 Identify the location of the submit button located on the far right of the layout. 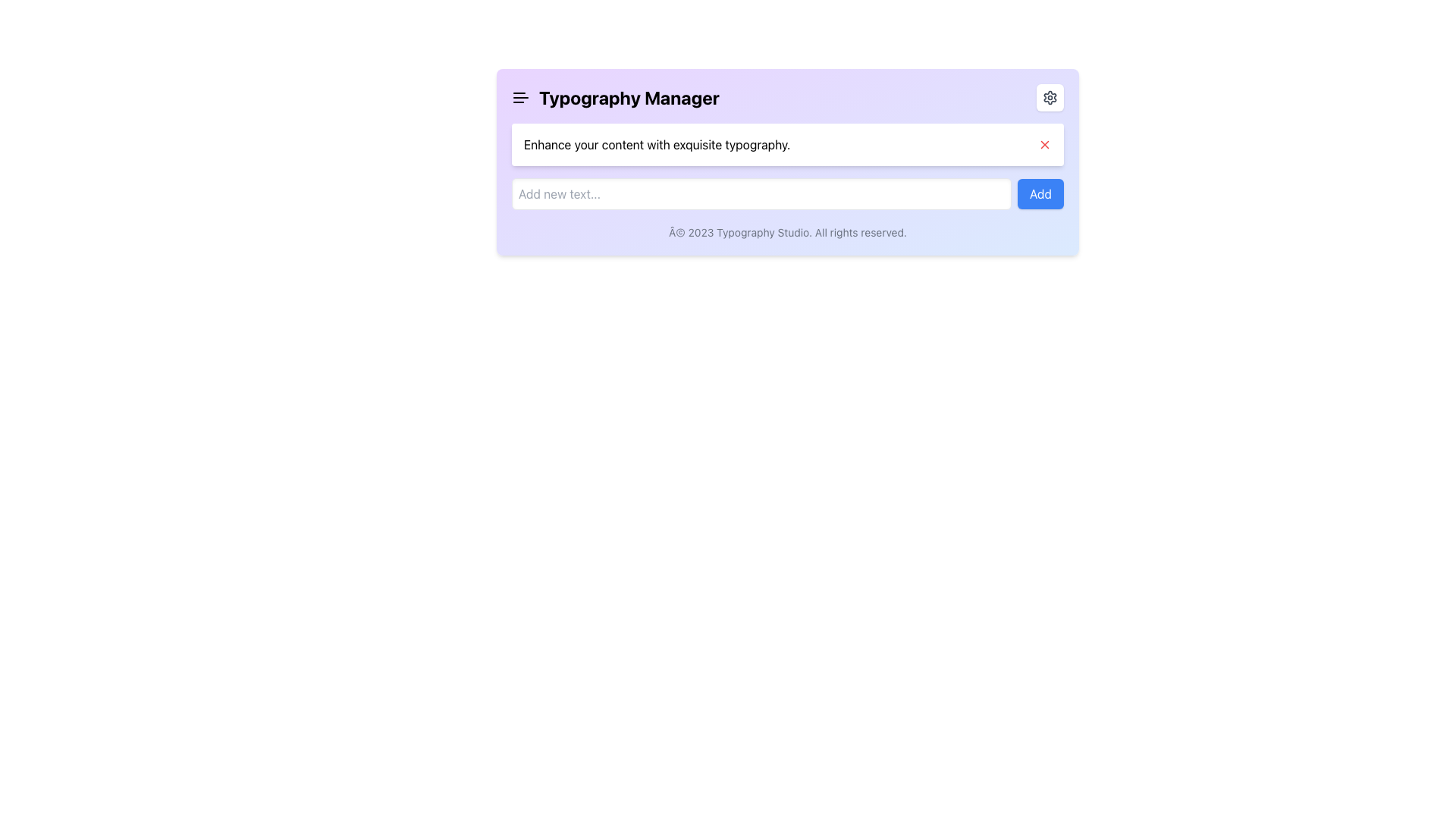
(1040, 193).